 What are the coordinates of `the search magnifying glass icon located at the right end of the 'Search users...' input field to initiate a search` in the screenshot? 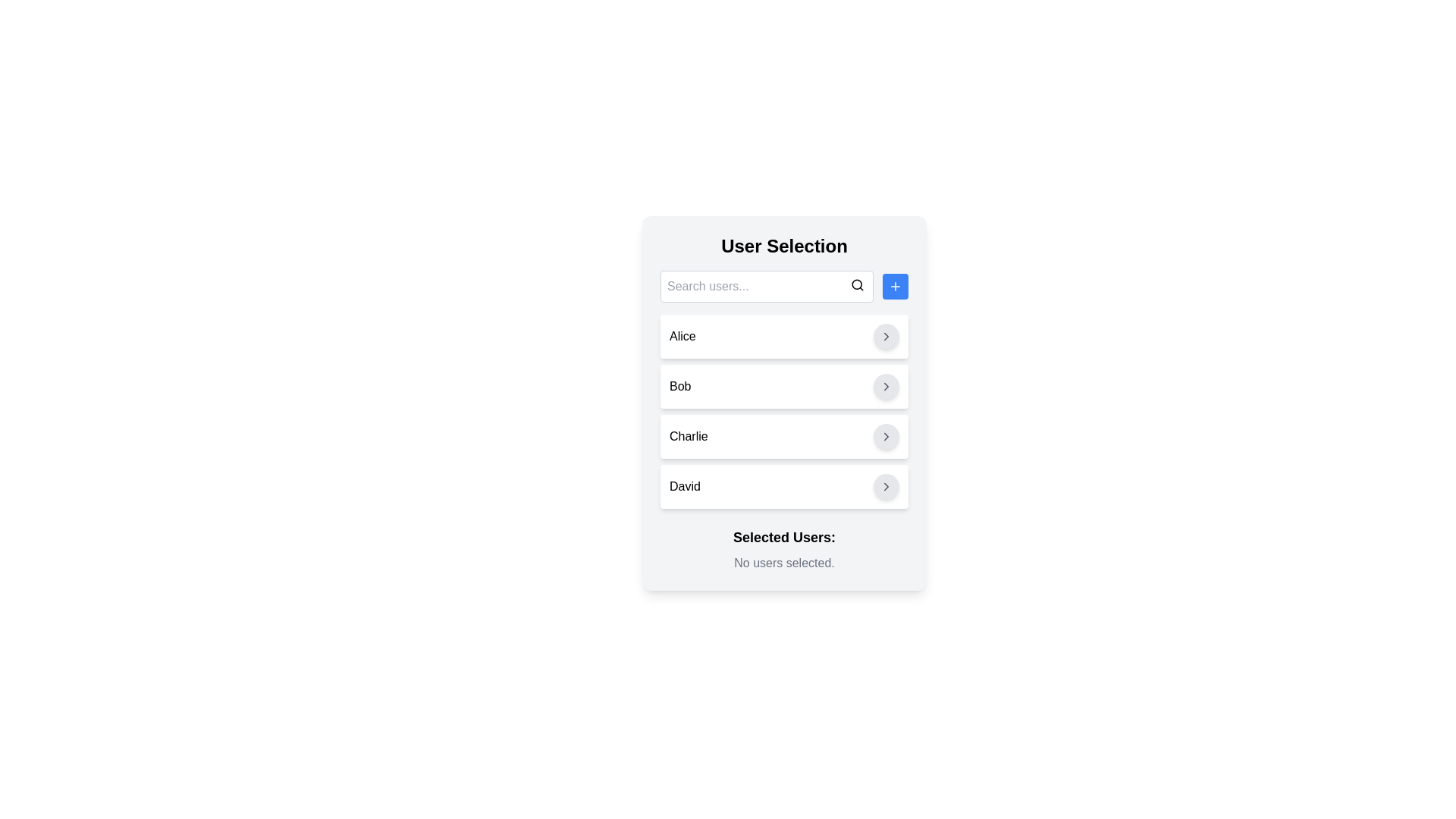 It's located at (858, 284).